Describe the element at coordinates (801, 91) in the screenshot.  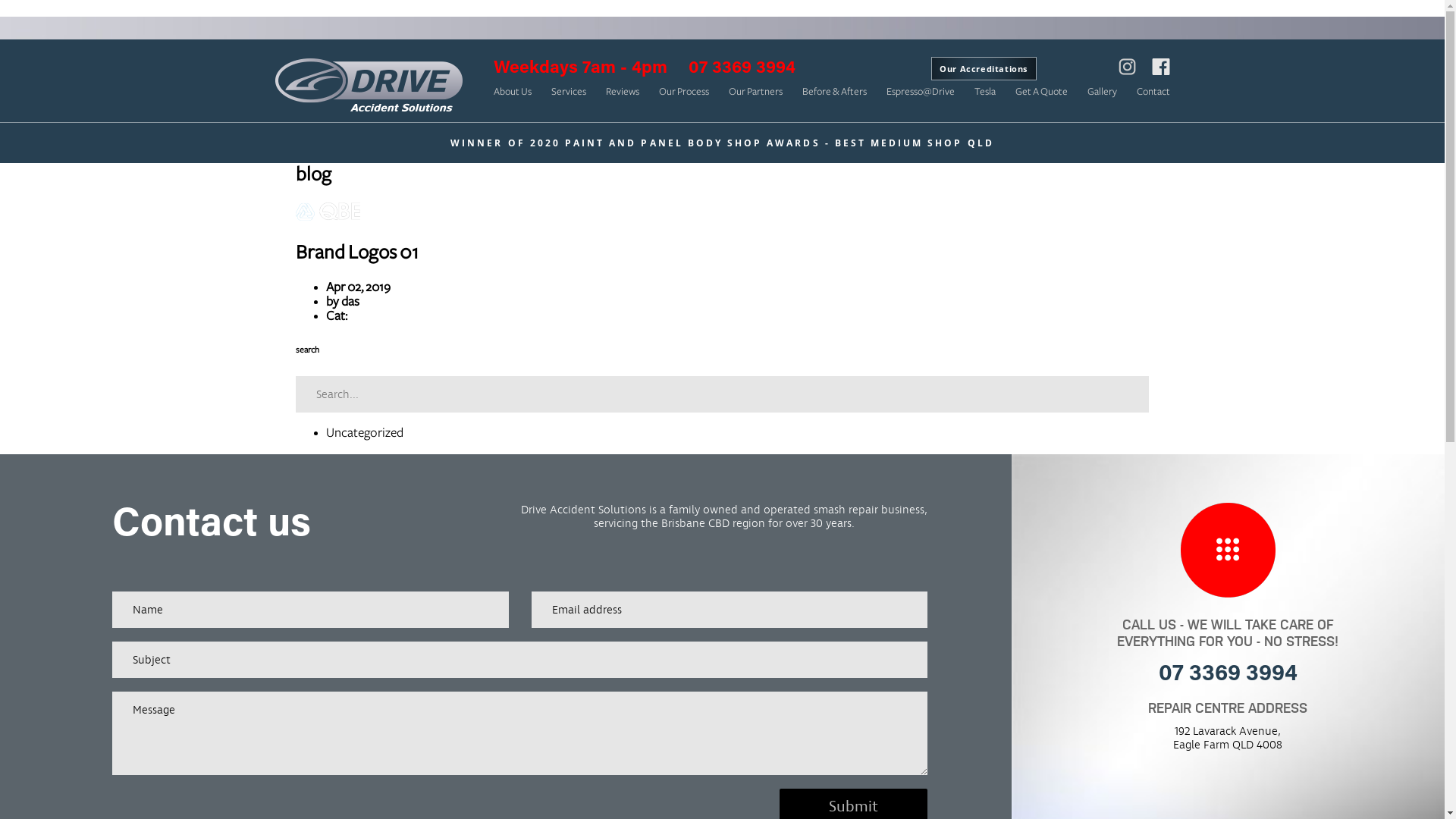
I see `'Before & Afters'` at that location.